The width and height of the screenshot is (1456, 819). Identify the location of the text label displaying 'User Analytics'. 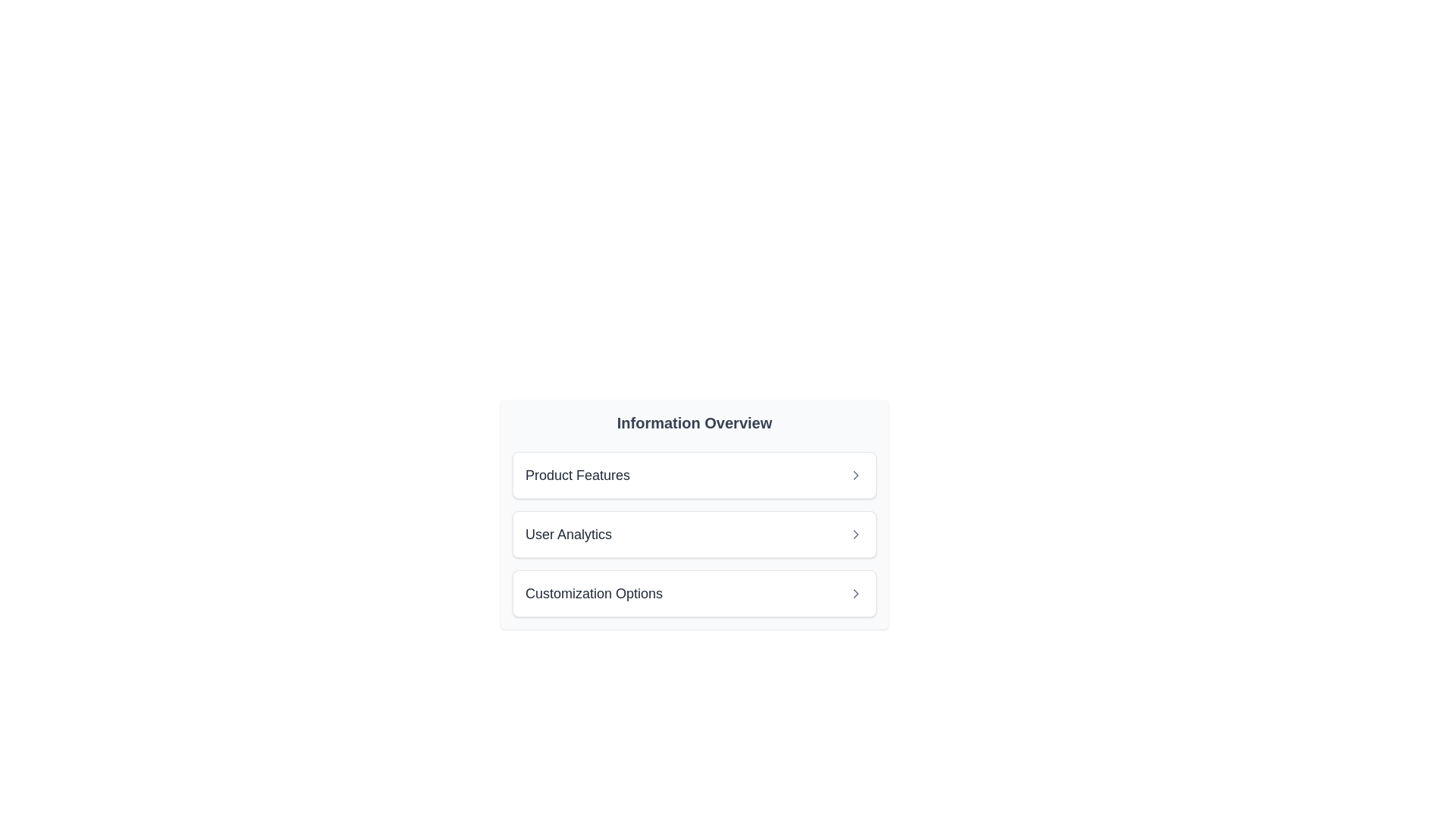
(567, 534).